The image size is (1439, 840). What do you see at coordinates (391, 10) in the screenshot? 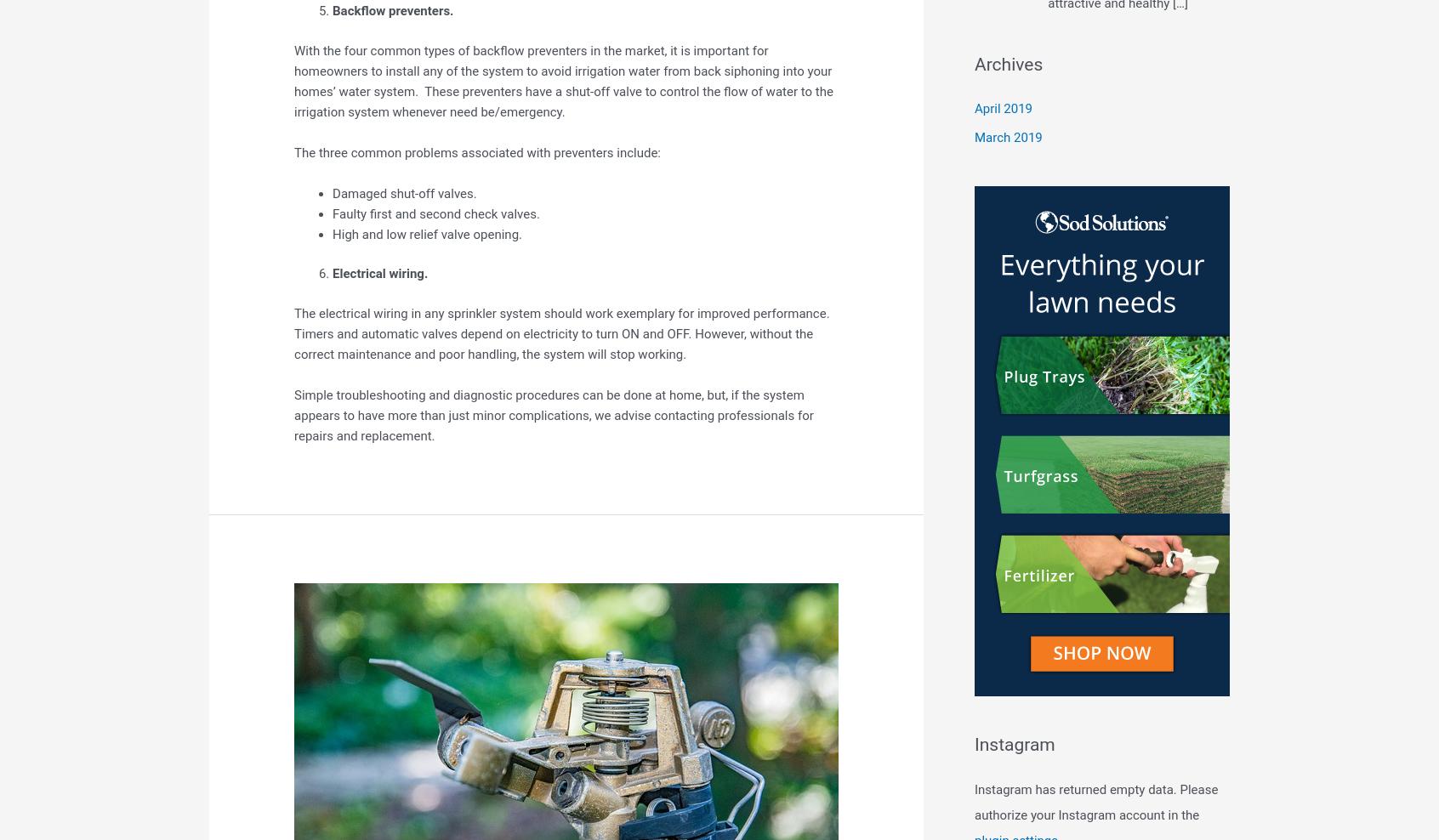
I see `'Backflow preventers.'` at bounding box center [391, 10].